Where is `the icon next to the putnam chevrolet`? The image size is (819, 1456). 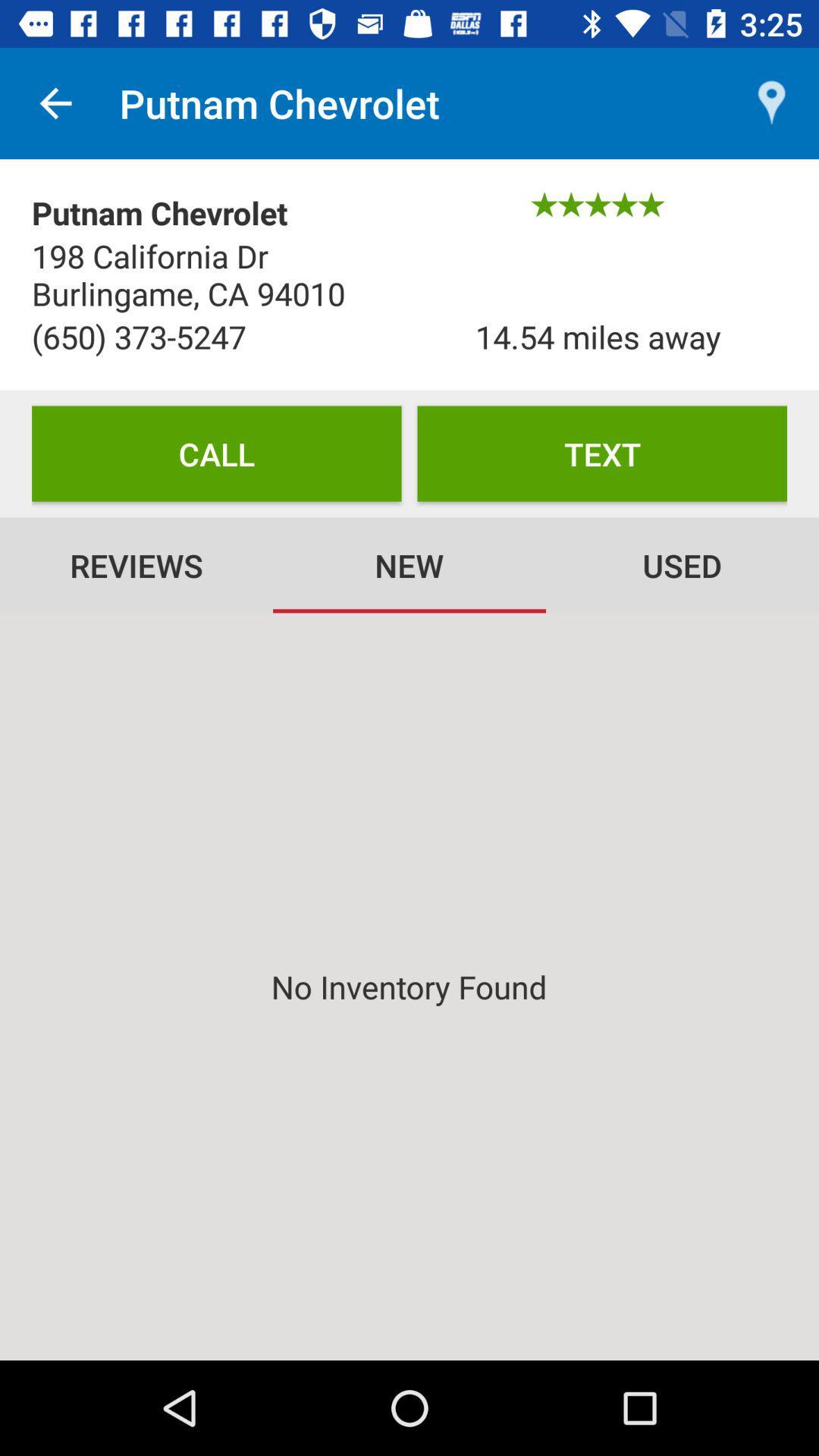 the icon next to the putnam chevrolet is located at coordinates (55, 102).